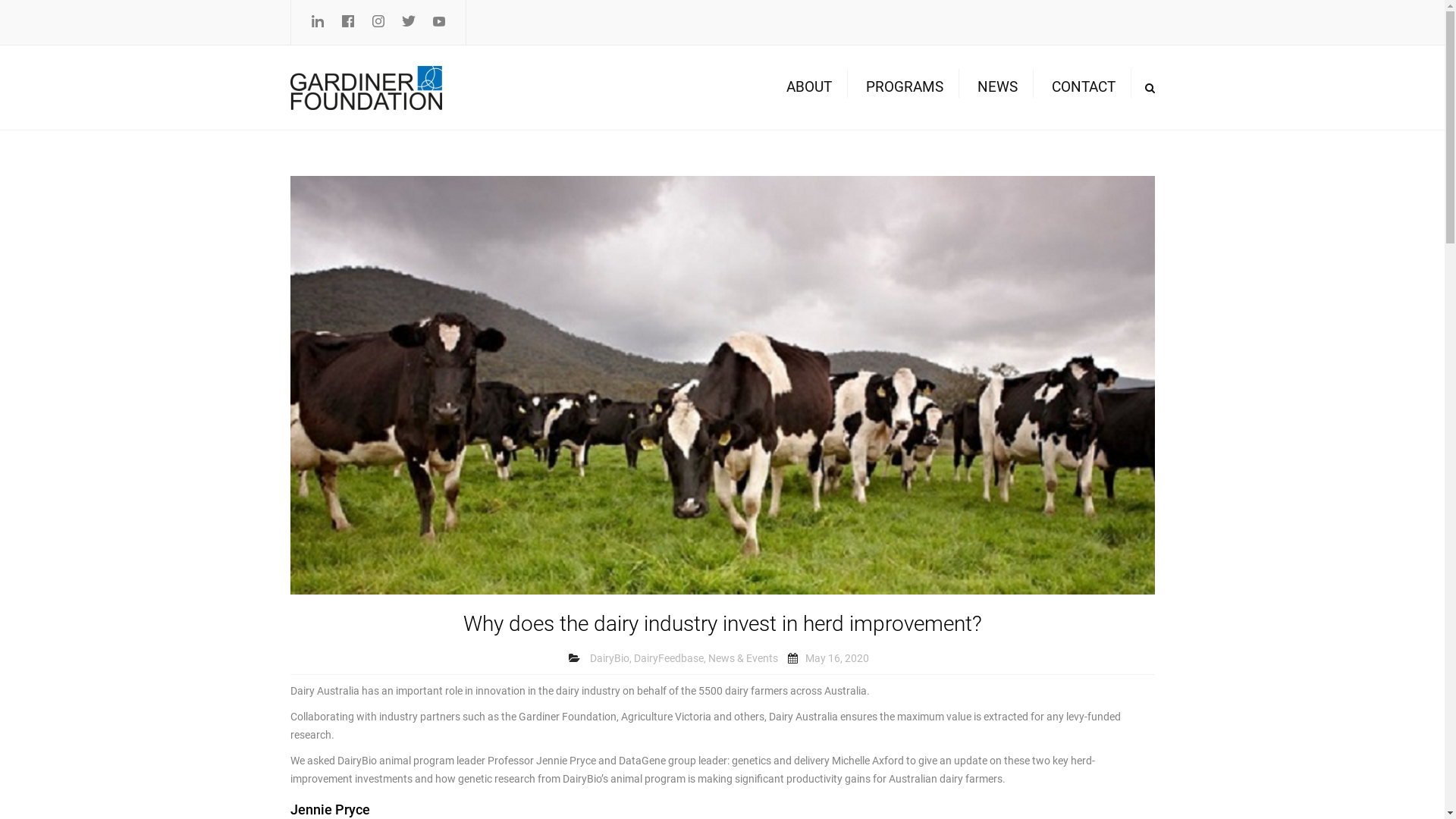 The height and width of the screenshot is (819, 1456). What do you see at coordinates (668, 657) in the screenshot?
I see `'DairyFeedbase'` at bounding box center [668, 657].